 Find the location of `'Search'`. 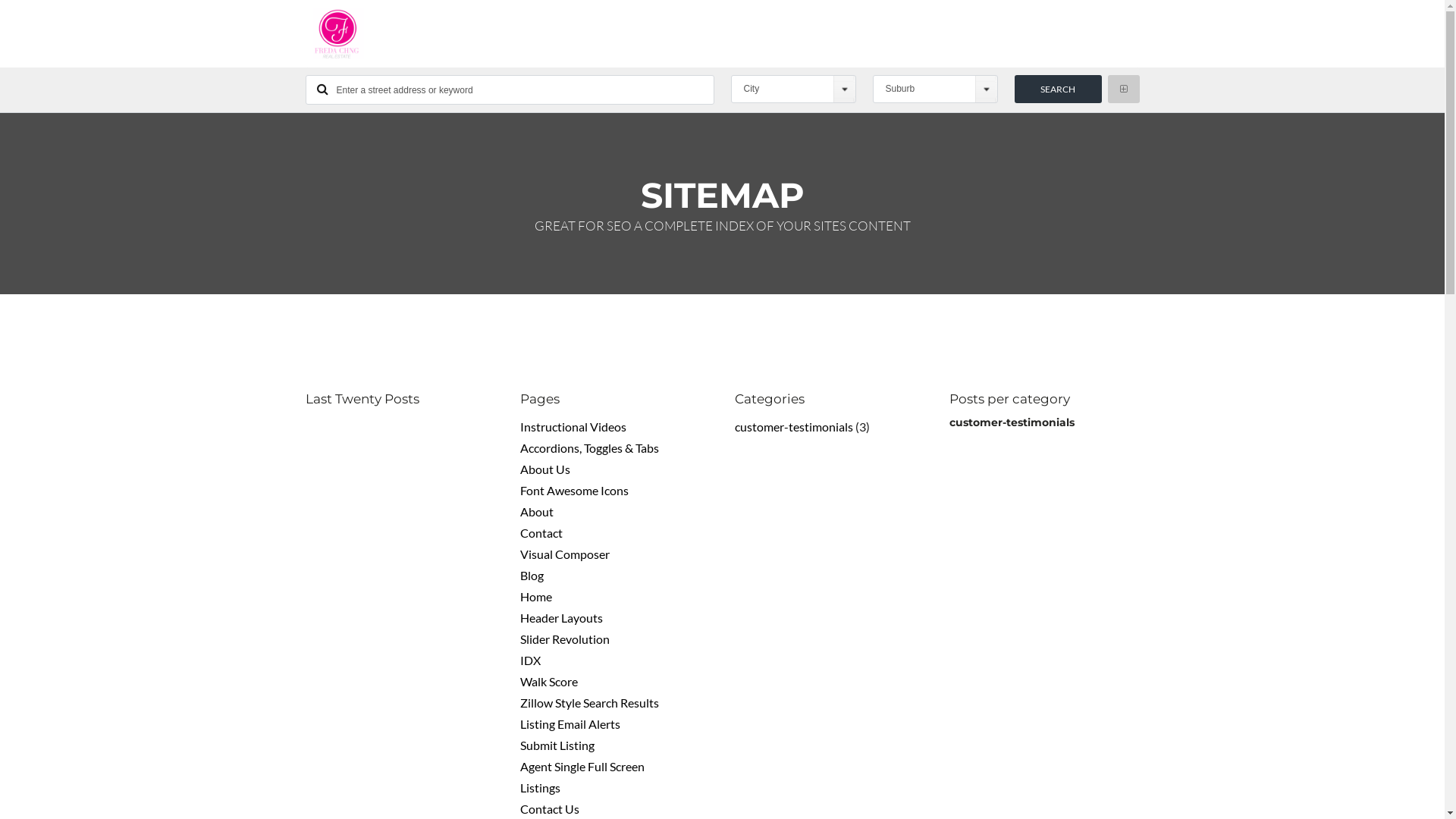

'Search' is located at coordinates (1015, 89).